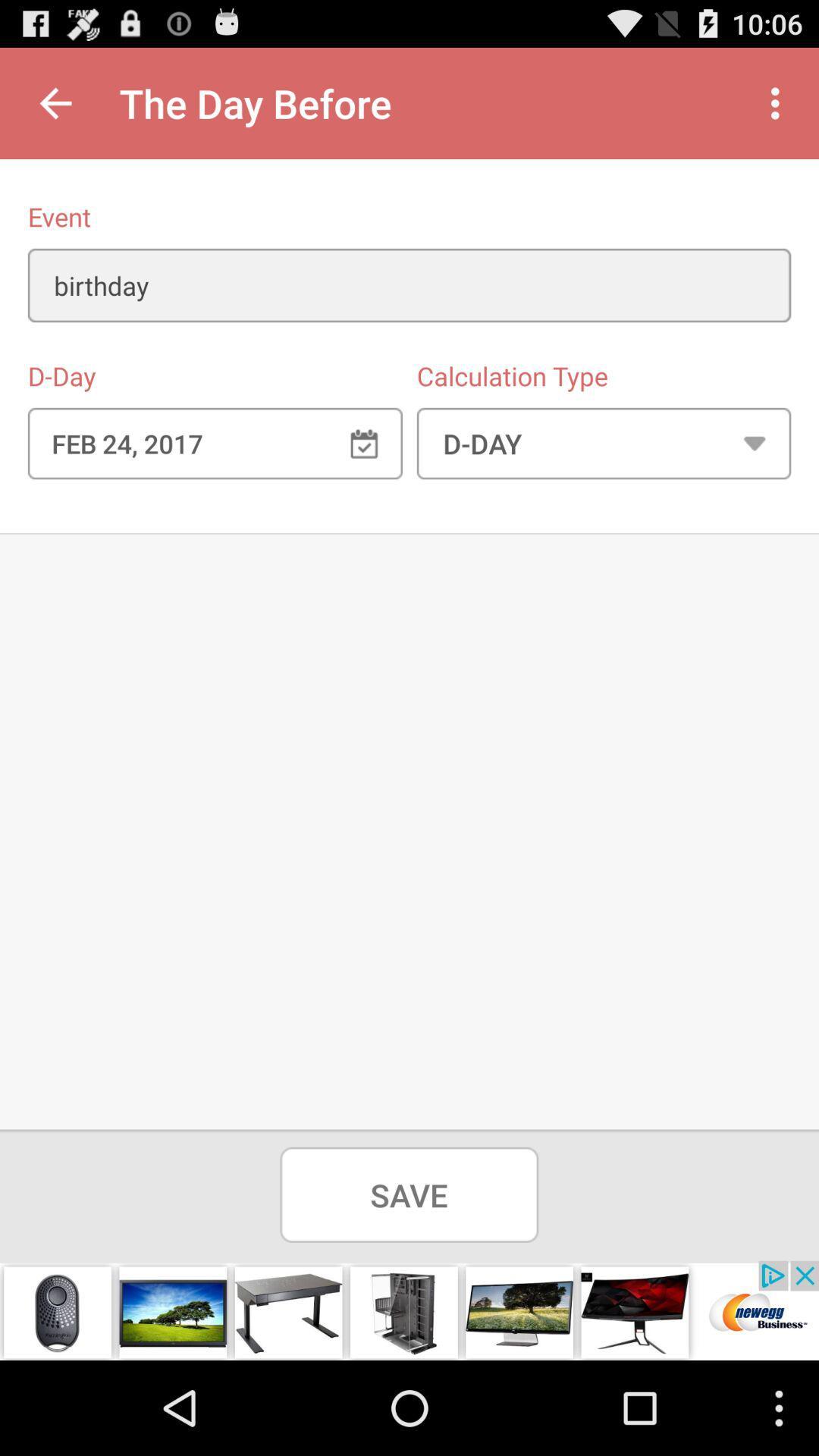 This screenshot has width=819, height=1456. I want to click on view furniture advertisements options, so click(409, 1310).